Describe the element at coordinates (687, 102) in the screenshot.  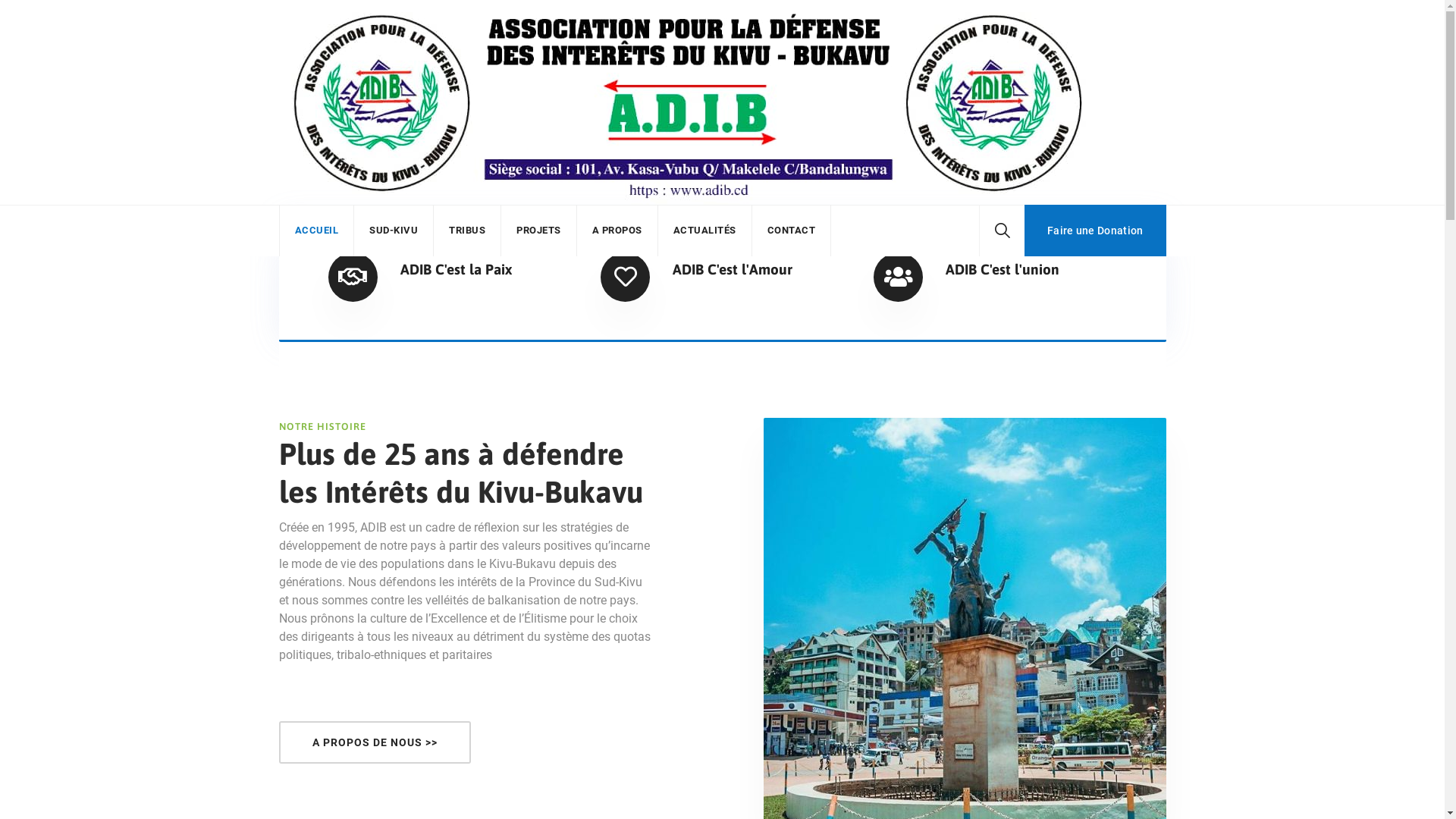
I see `'ADIB'` at that location.